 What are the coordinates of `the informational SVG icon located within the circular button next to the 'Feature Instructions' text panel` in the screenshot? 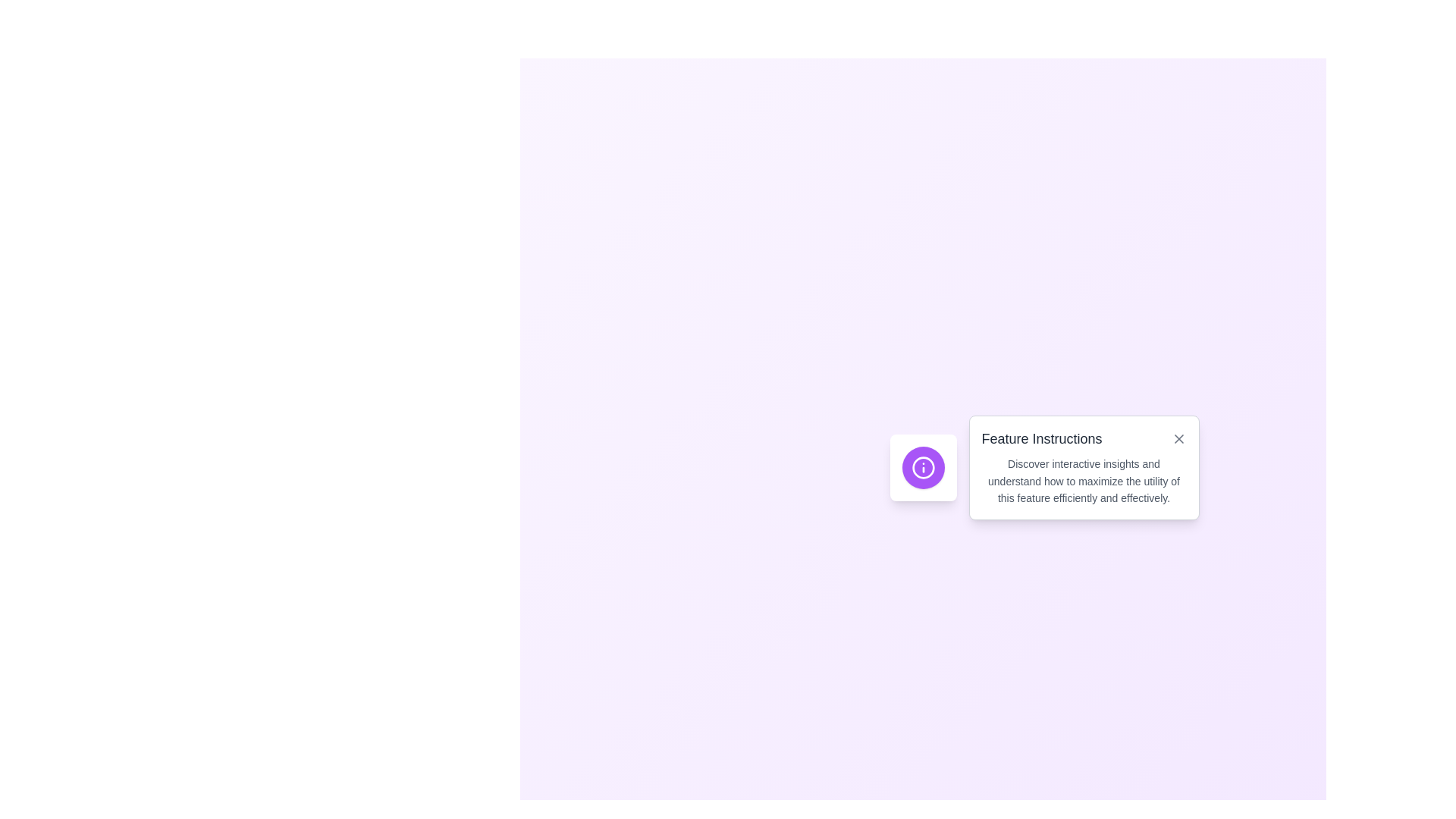 It's located at (922, 467).